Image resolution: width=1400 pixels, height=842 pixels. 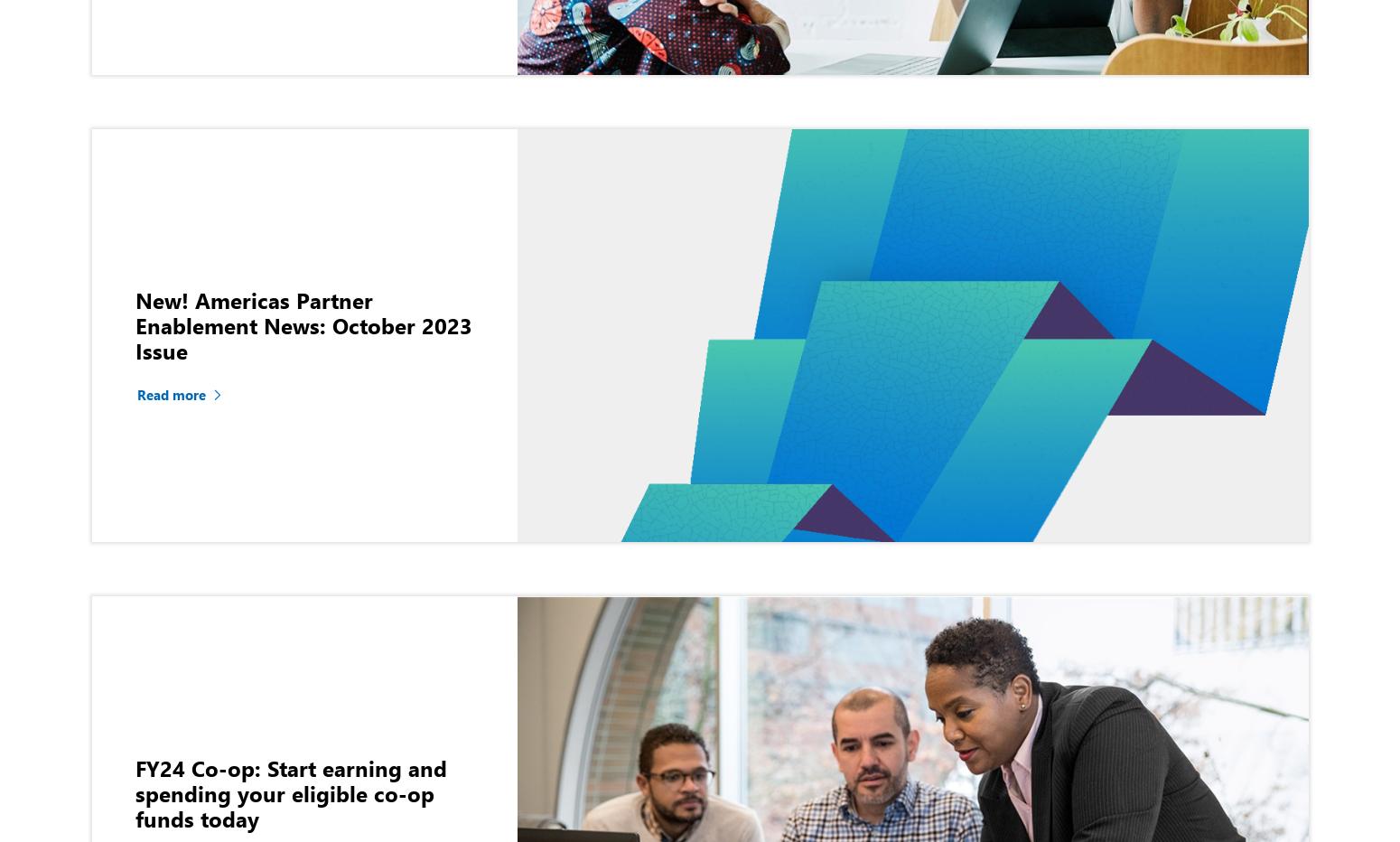 What do you see at coordinates (528, 283) in the screenshot?
I see `'#BizApps'` at bounding box center [528, 283].